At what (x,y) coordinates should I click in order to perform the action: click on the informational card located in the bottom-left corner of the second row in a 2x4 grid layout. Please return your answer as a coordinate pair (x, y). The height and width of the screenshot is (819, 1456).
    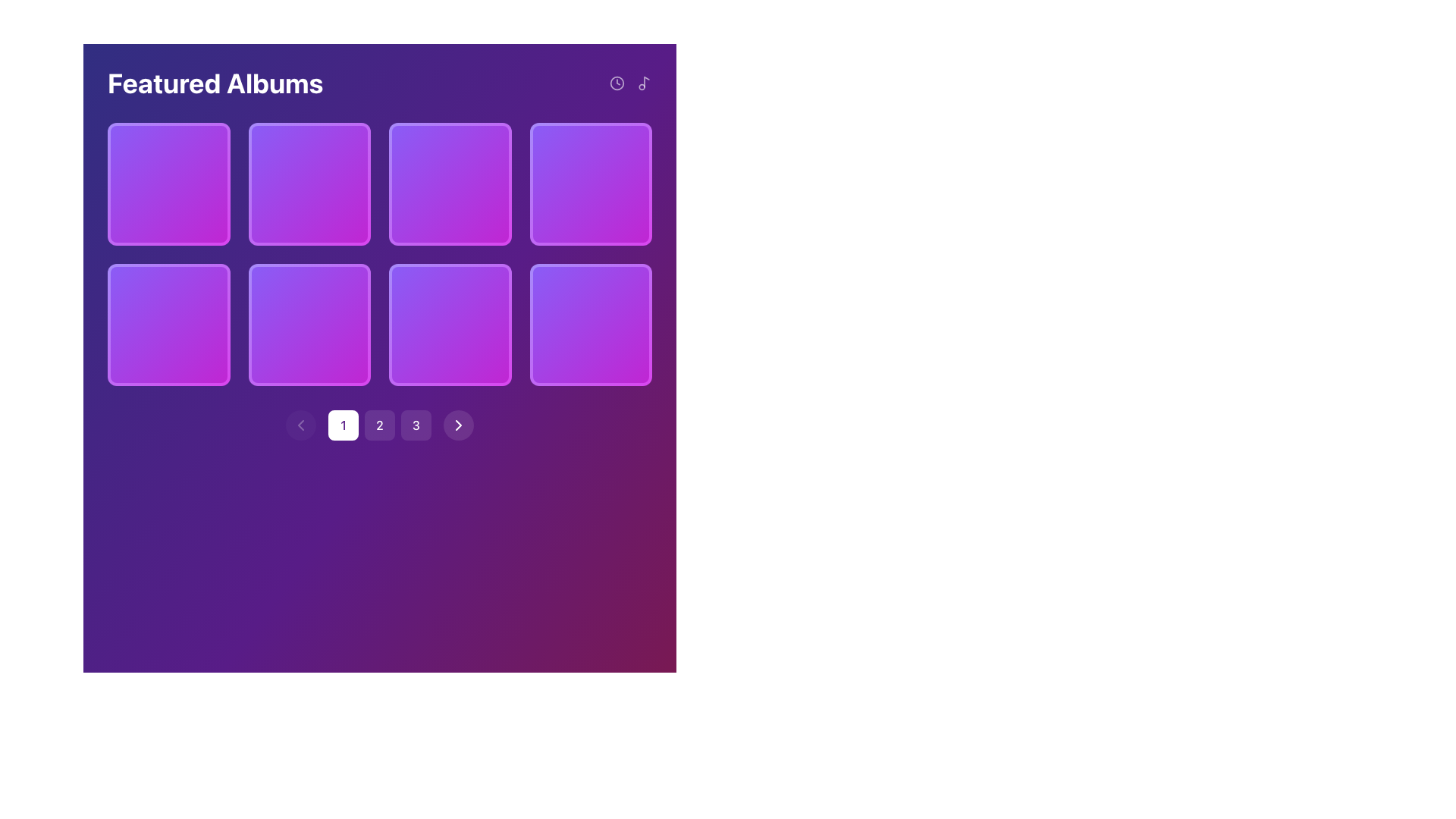
    Looking at the image, I should click on (168, 343).